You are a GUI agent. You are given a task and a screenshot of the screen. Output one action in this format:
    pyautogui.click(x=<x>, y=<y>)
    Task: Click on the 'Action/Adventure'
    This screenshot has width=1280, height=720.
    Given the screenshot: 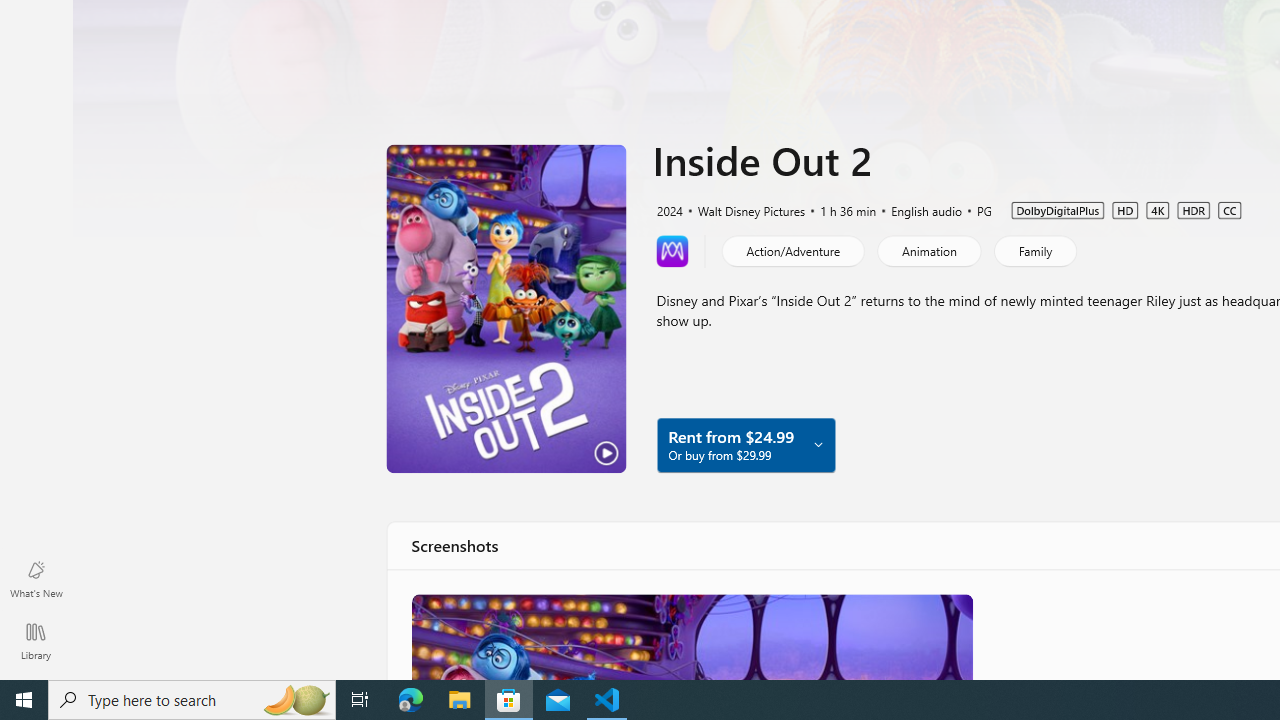 What is the action you would take?
    pyautogui.click(x=791, y=249)
    